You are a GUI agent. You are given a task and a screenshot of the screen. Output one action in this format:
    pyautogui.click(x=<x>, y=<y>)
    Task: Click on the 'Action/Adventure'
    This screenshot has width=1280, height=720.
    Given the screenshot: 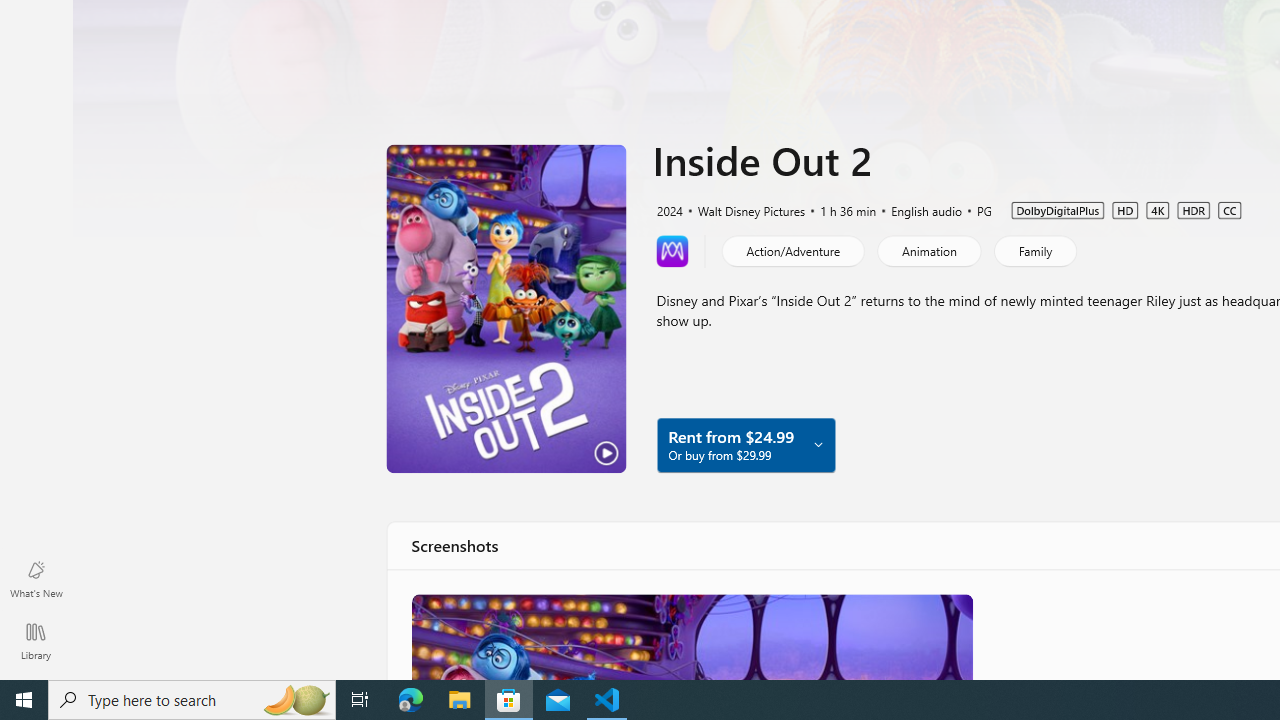 What is the action you would take?
    pyautogui.click(x=791, y=249)
    